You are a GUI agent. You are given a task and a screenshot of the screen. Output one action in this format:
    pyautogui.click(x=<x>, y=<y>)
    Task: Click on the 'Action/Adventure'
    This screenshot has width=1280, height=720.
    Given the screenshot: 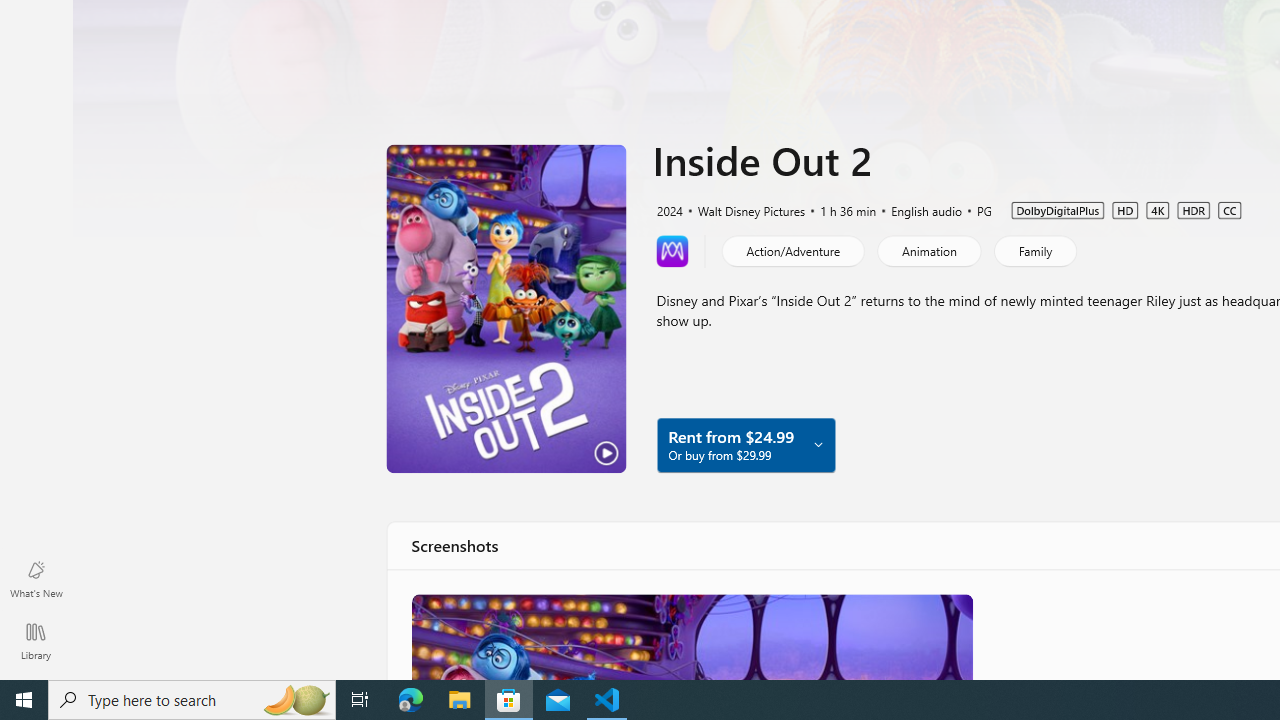 What is the action you would take?
    pyautogui.click(x=791, y=249)
    